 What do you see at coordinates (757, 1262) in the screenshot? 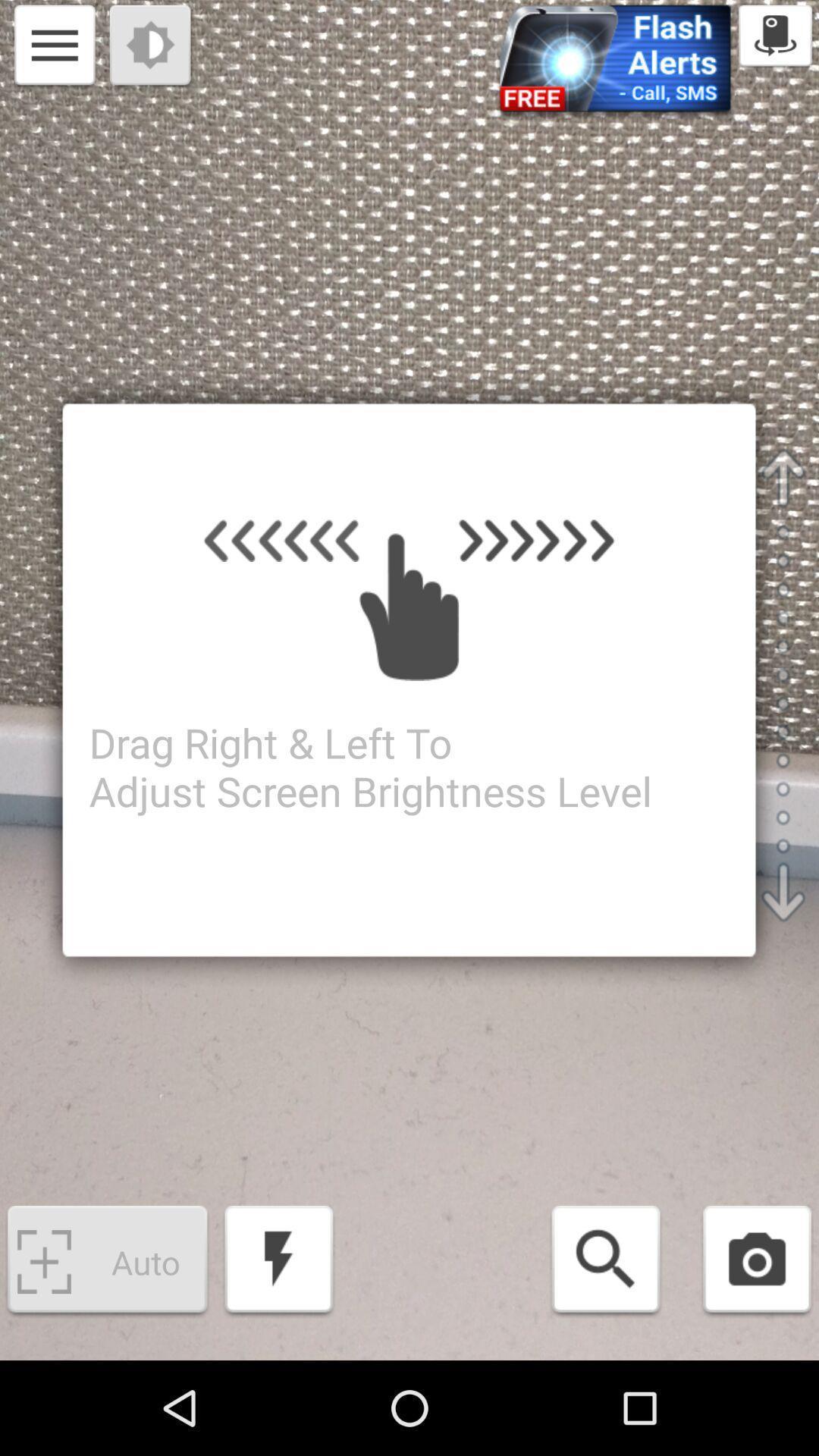
I see `take a picture` at bounding box center [757, 1262].